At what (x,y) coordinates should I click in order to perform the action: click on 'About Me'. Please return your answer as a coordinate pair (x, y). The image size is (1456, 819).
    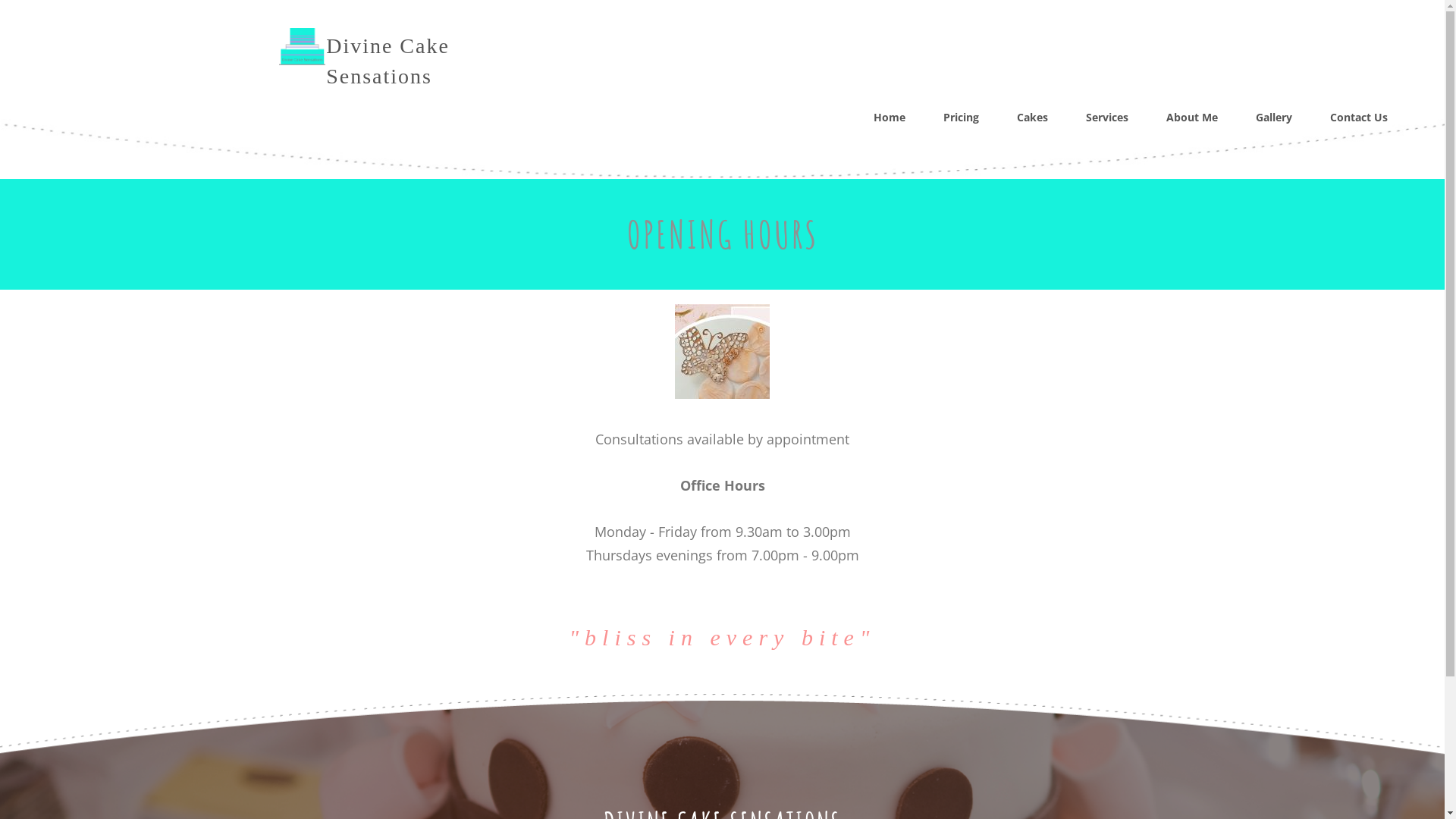
    Looking at the image, I should click on (1191, 116).